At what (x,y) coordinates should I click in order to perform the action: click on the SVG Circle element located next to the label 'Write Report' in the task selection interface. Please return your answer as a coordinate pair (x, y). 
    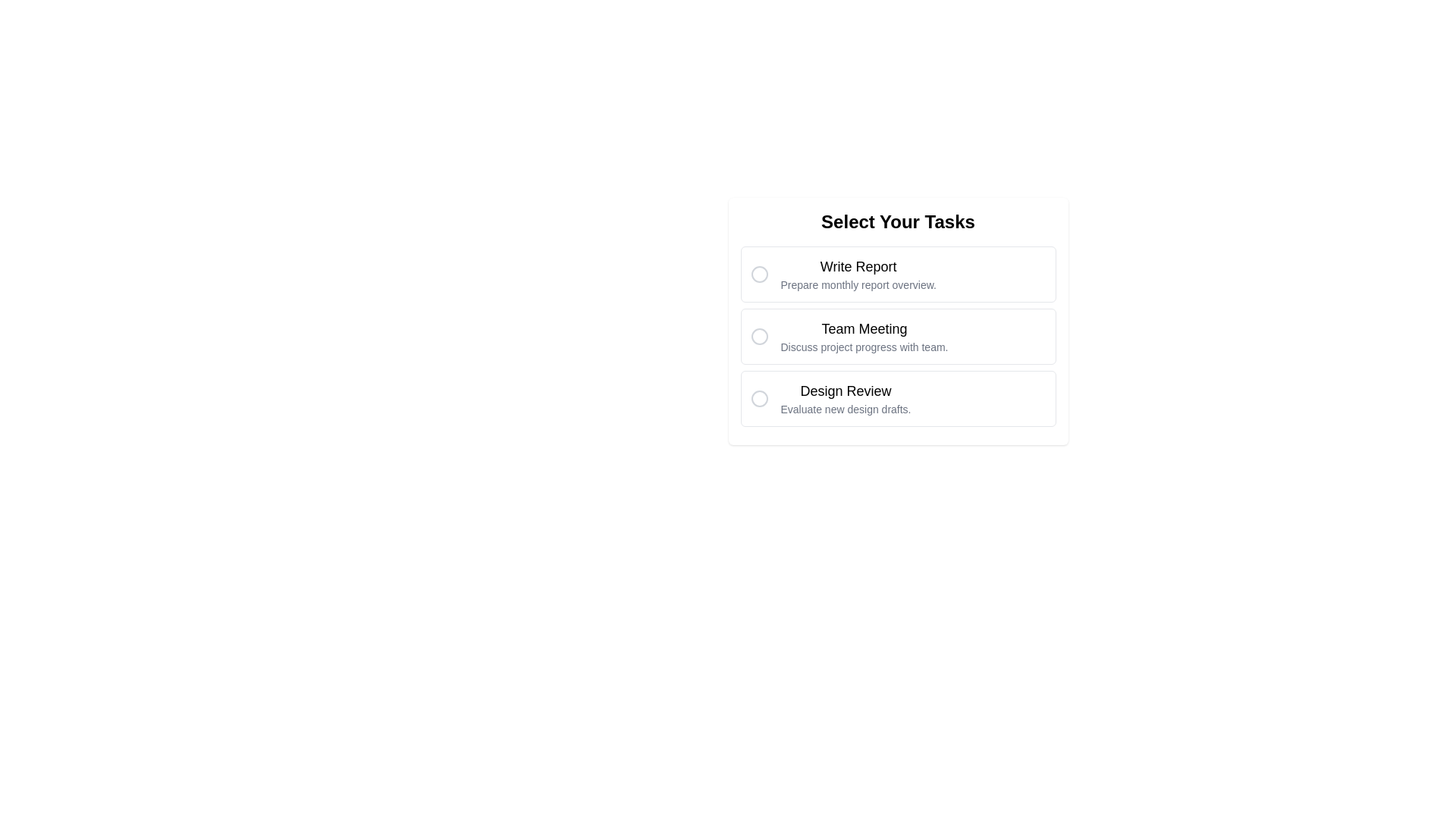
    Looking at the image, I should click on (759, 275).